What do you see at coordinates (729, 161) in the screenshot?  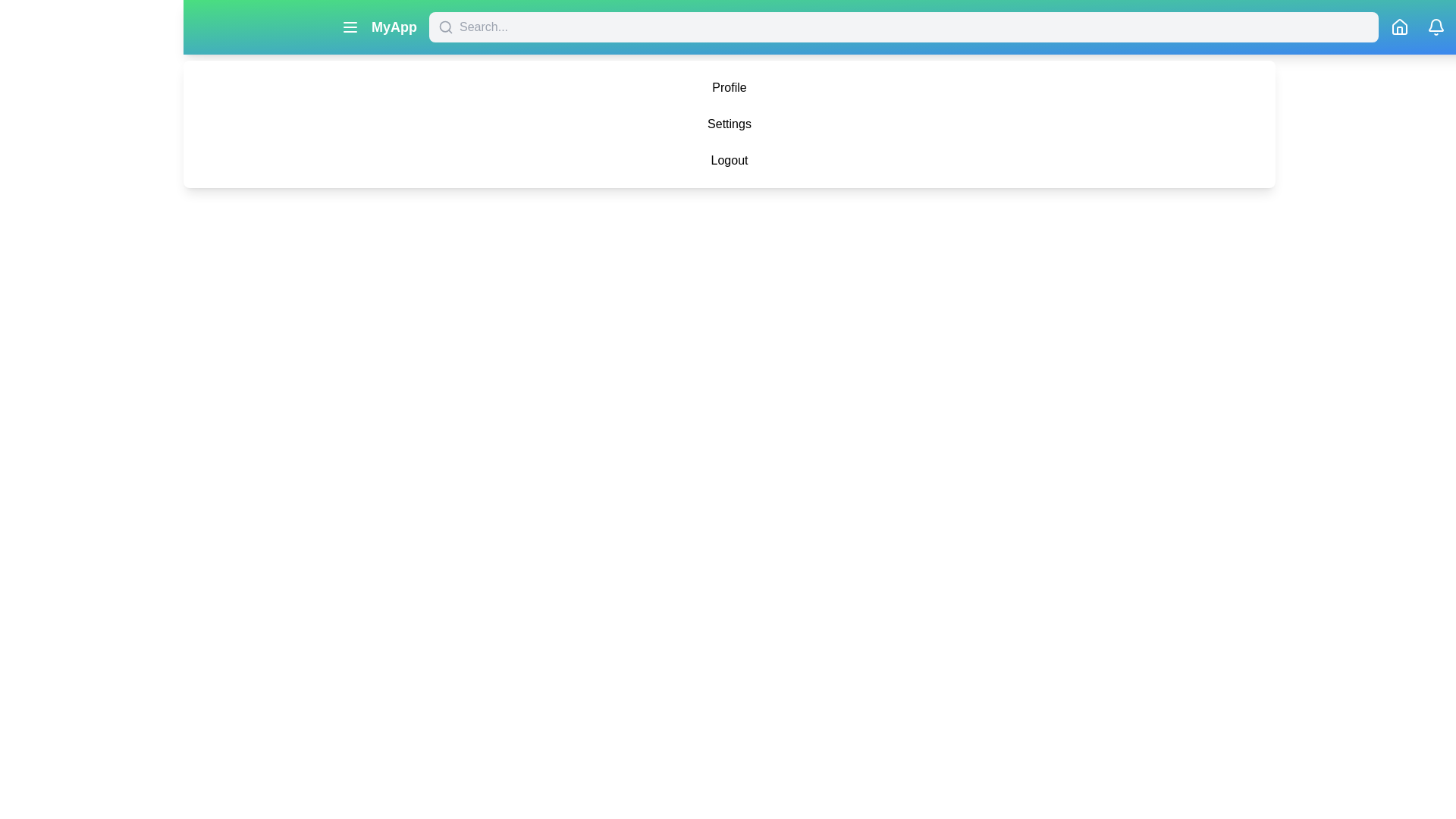 I see `the logout text button located within the dropdown menu, positioned between the 'Settings' option and no other elements, to provide a visual cue` at bounding box center [729, 161].